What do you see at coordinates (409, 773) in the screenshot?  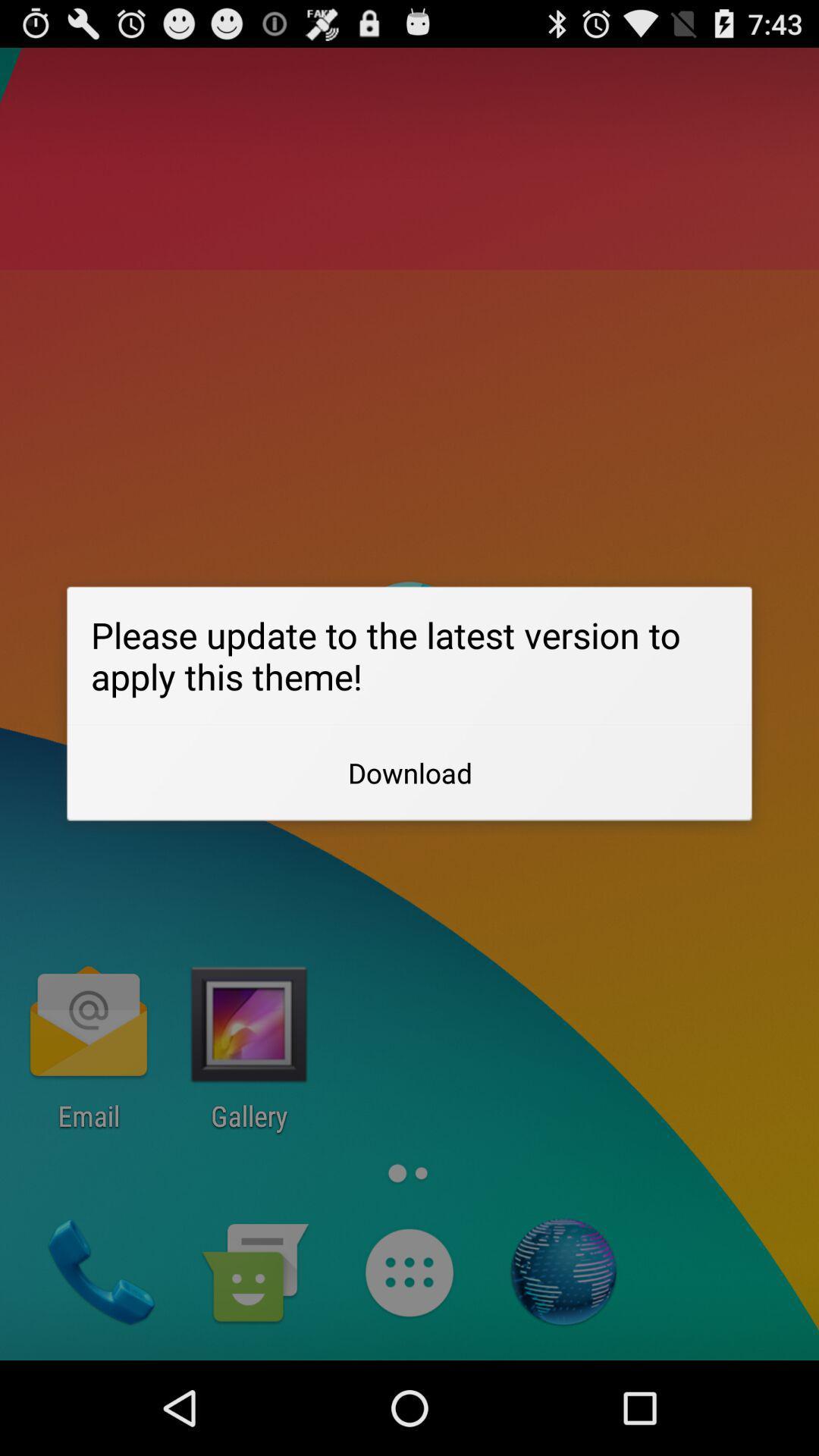 I see `download item` at bounding box center [409, 773].